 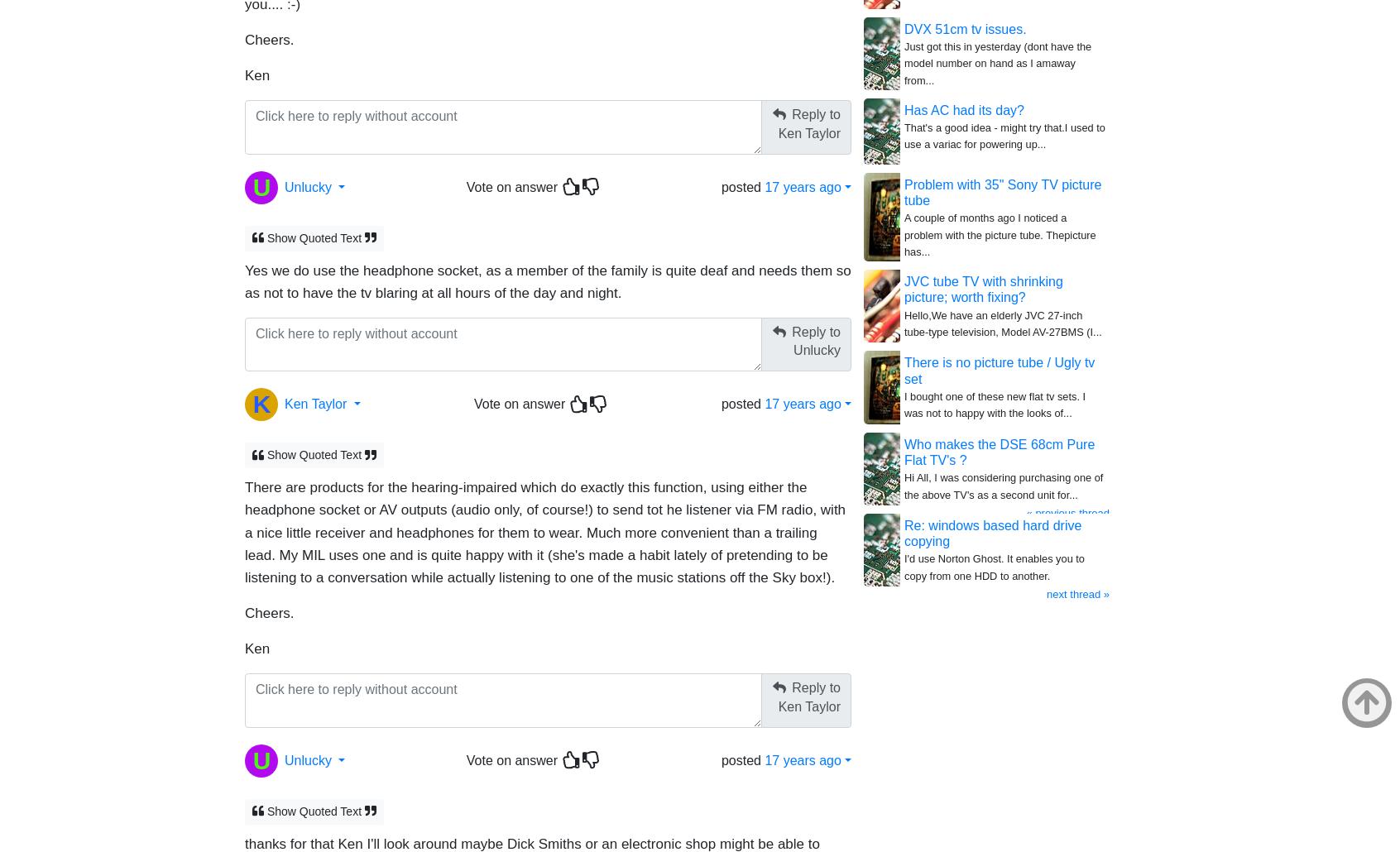 What do you see at coordinates (1000, 233) in the screenshot?
I see `'A couple of months ago I noticed a problem with the picture tube. Thepicture has...'` at bounding box center [1000, 233].